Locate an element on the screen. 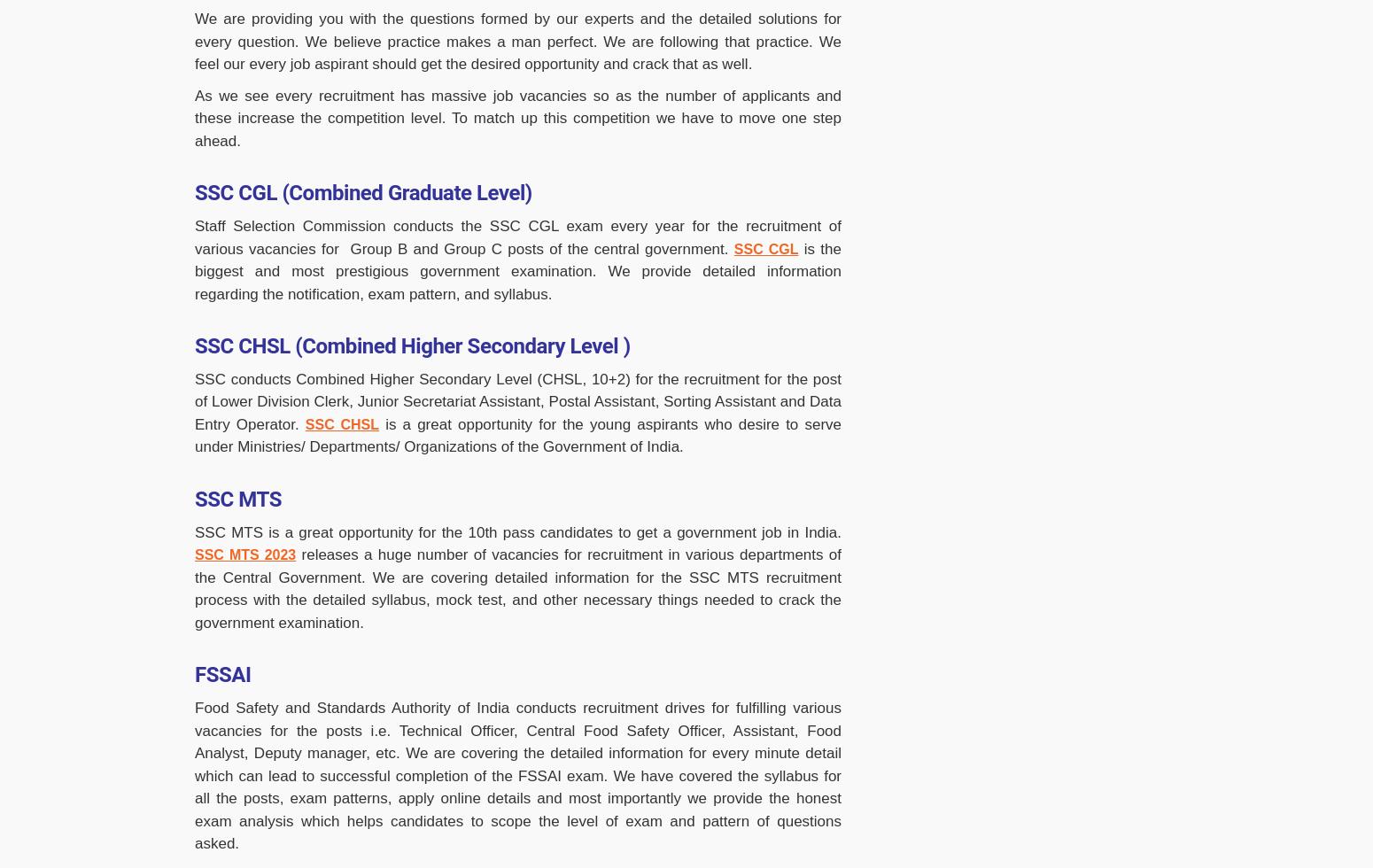 The image size is (1373, 868). 'SSC CHSL (Combined Higher Secondary Level )' is located at coordinates (412, 346).